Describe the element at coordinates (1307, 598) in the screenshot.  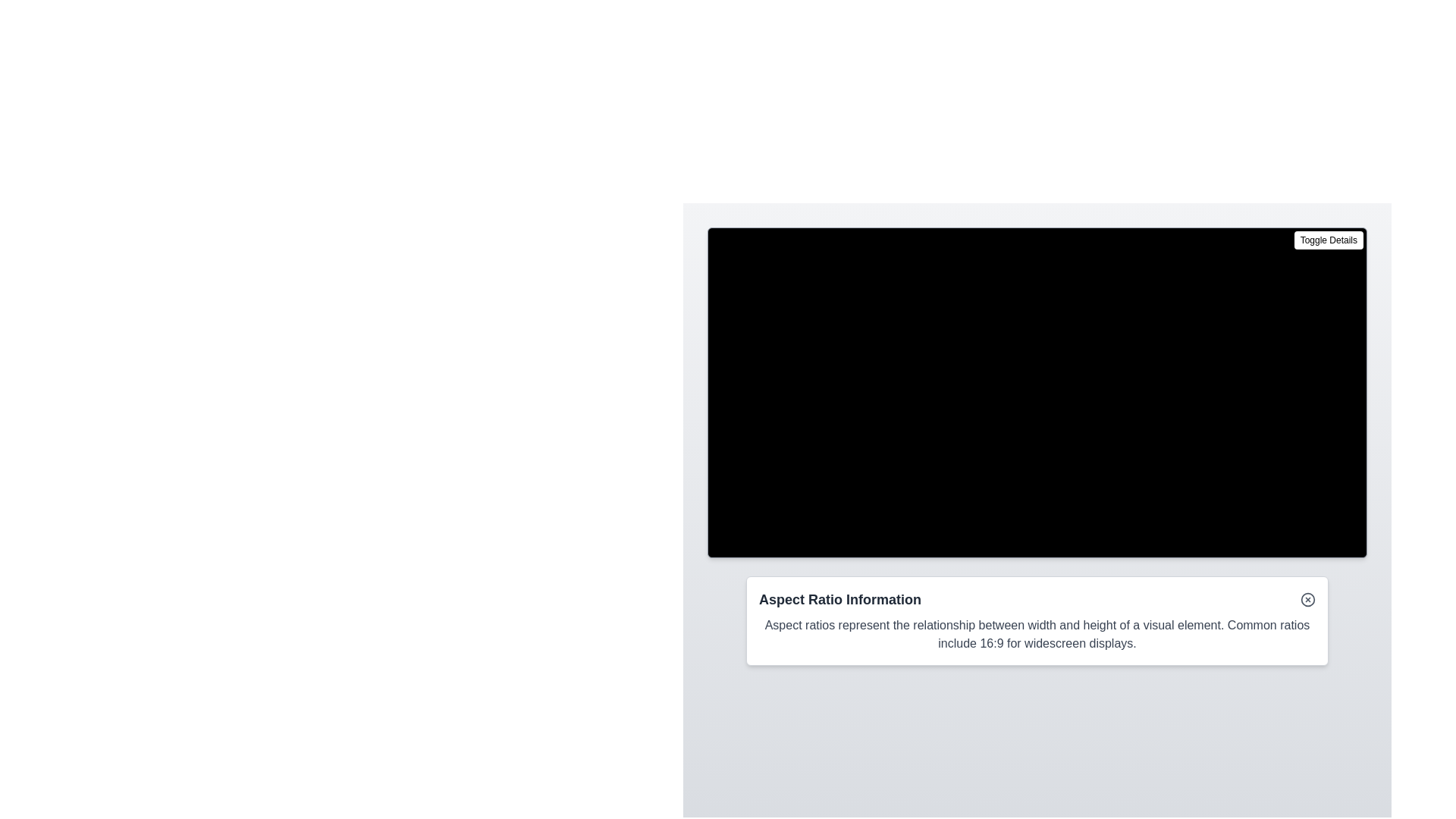
I see `the circular gray icon with an 'X' mark located adjacent to the right of the 'Aspect Ratio Information' label` at that location.